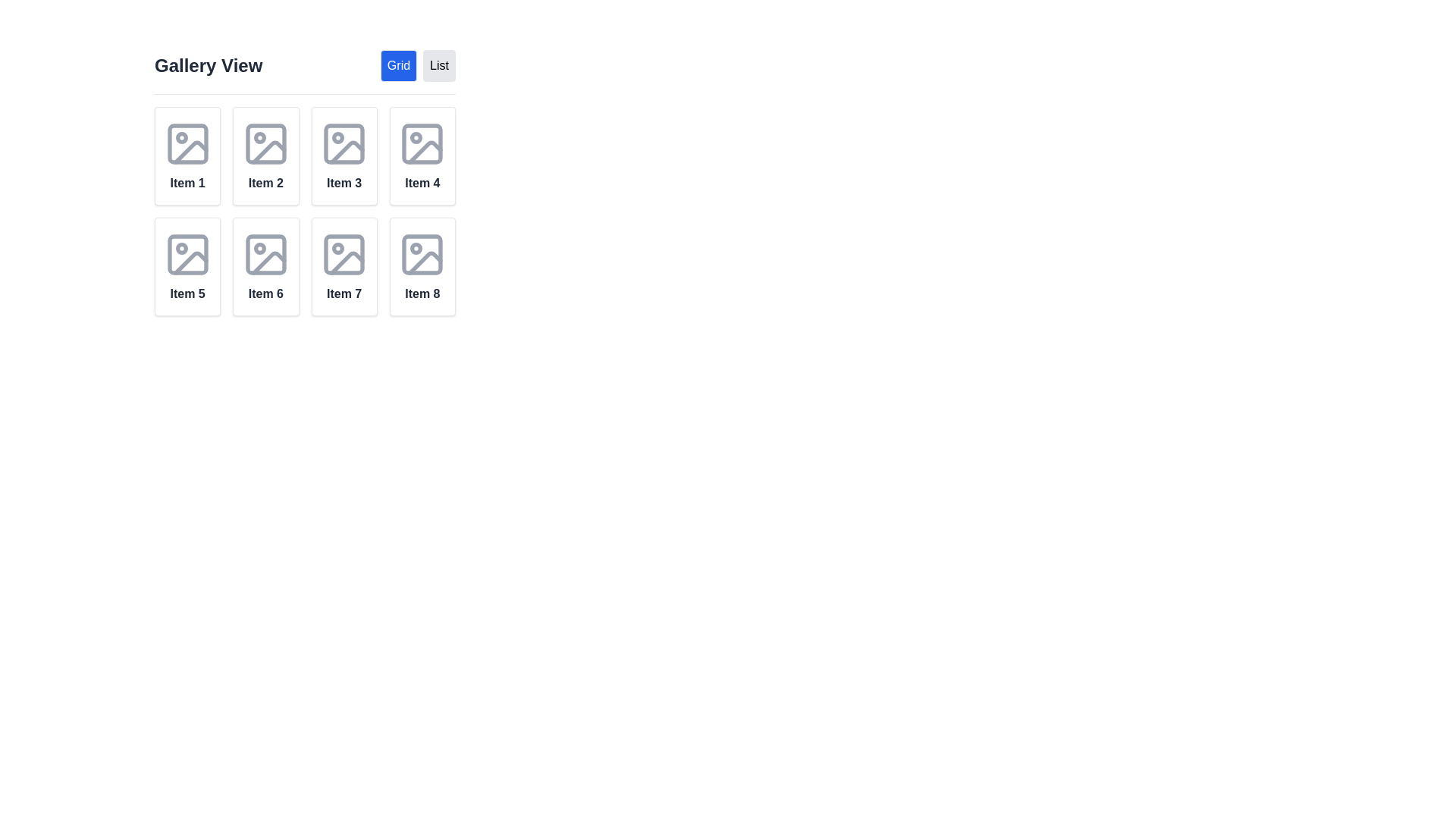 Image resolution: width=1456 pixels, height=819 pixels. I want to click on the text 'Item 3' located on the Card with an image and a label, so click(344, 155).